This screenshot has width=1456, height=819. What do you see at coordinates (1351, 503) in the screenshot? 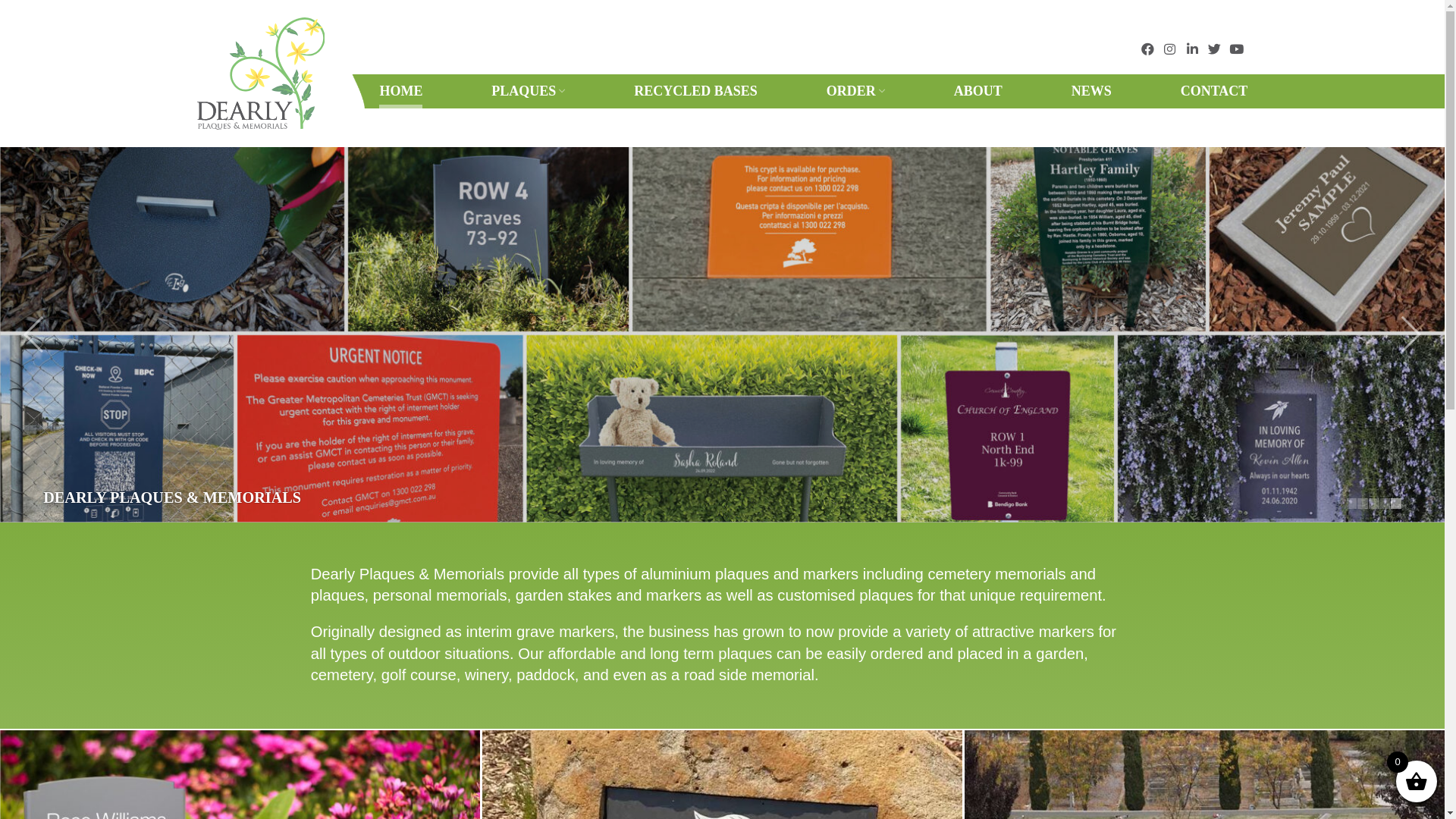
I see `'1'` at bounding box center [1351, 503].